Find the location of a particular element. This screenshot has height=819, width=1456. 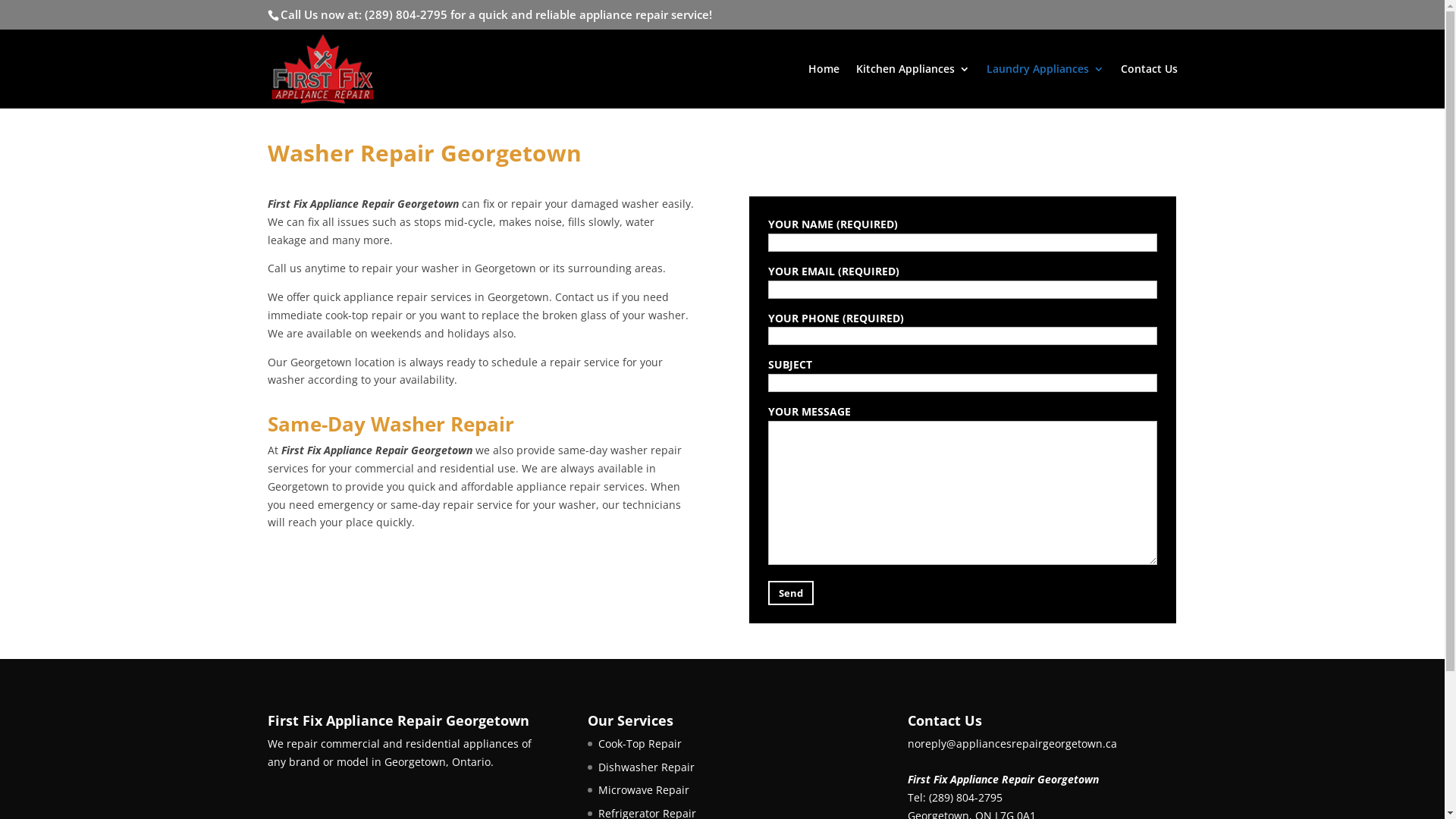

'Cook-Top Repair' is located at coordinates (639, 742).